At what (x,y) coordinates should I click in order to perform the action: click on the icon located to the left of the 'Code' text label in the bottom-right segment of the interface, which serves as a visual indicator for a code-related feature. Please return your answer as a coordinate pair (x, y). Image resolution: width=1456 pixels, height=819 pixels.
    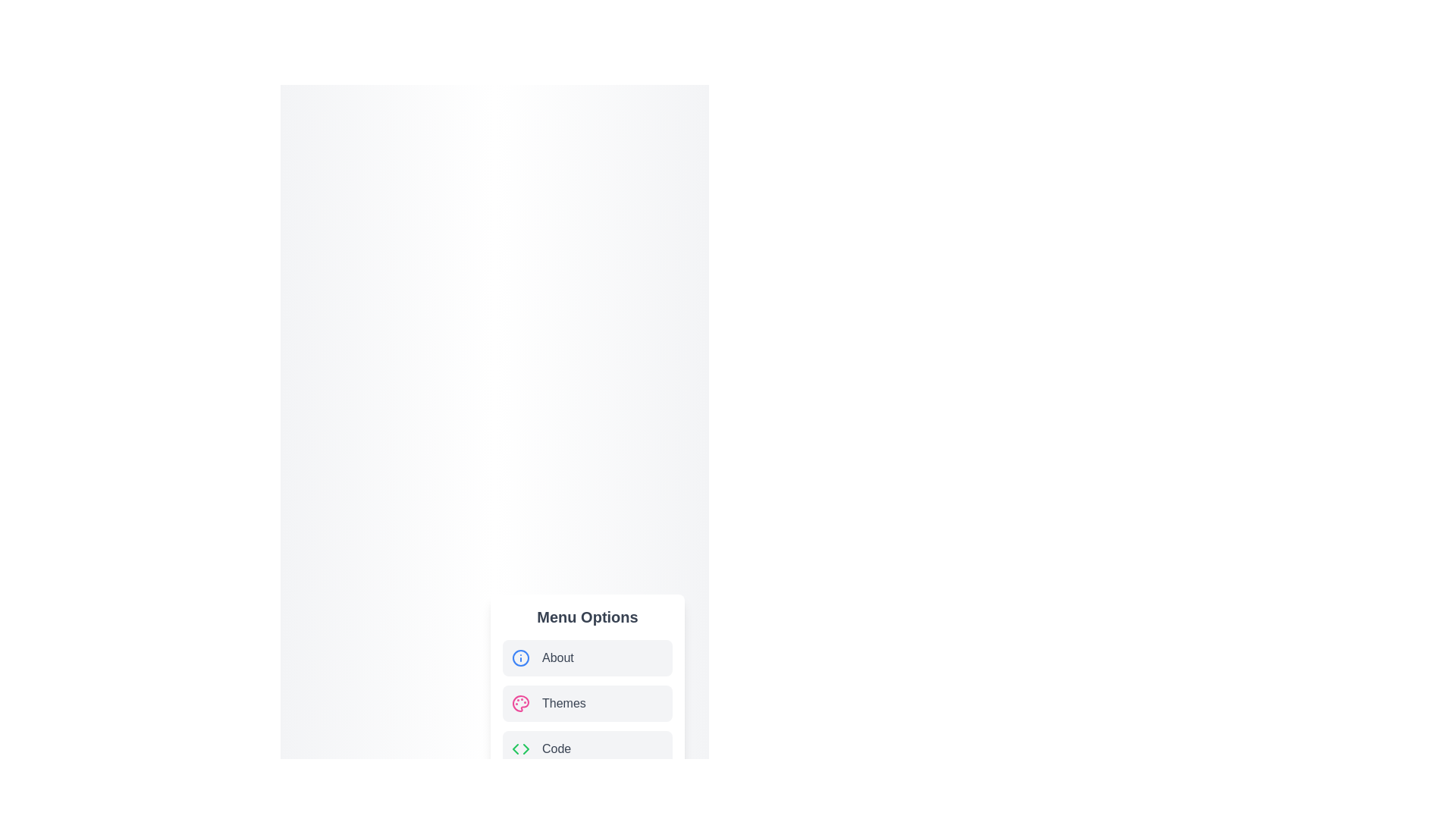
    Looking at the image, I should click on (520, 748).